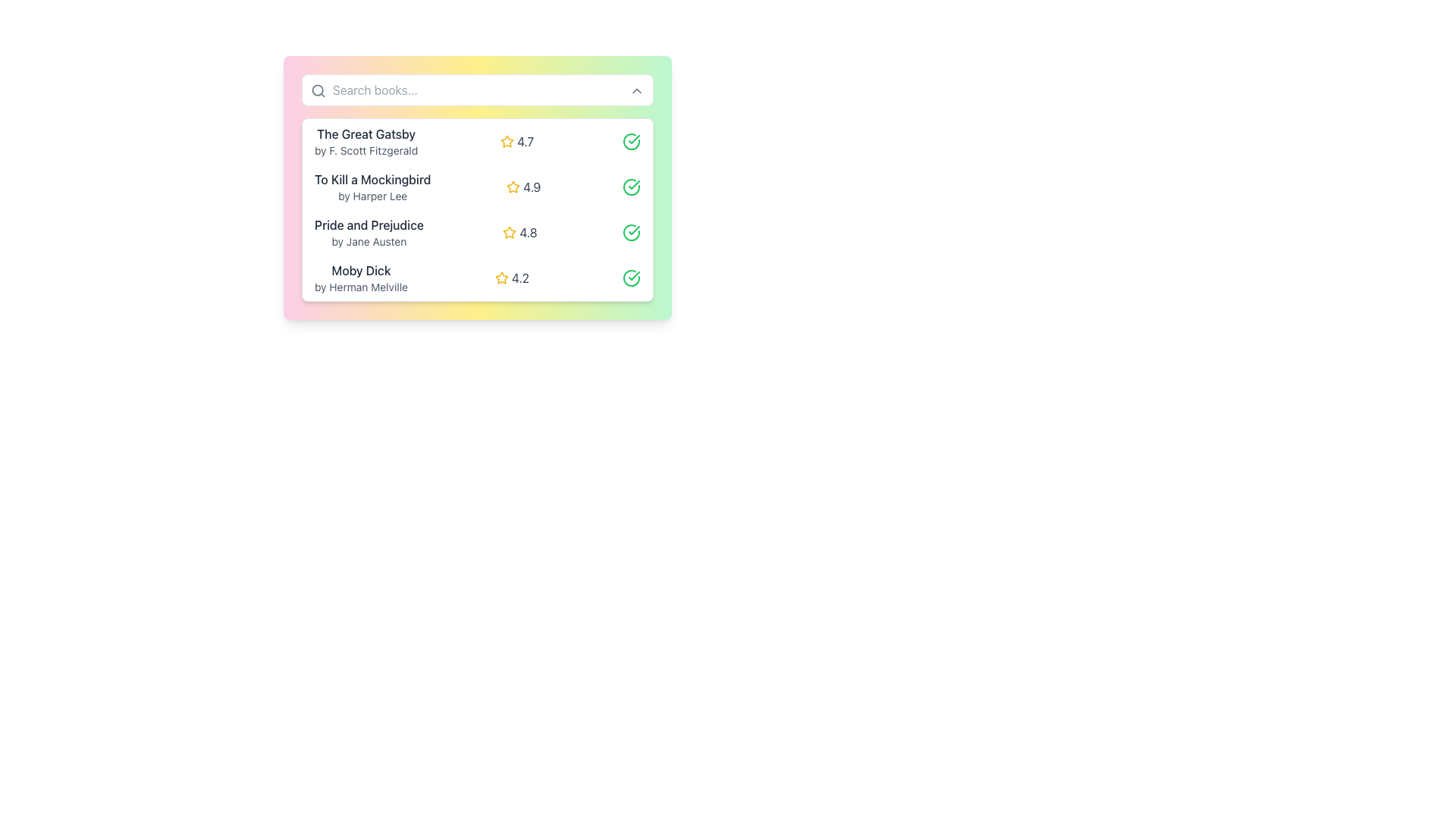  What do you see at coordinates (631, 278) in the screenshot?
I see `the completion indicator icon located at the far right of the row for the book entry 'Moby Dick by Herman Melville', positioned after the rating text '4.2'` at bounding box center [631, 278].